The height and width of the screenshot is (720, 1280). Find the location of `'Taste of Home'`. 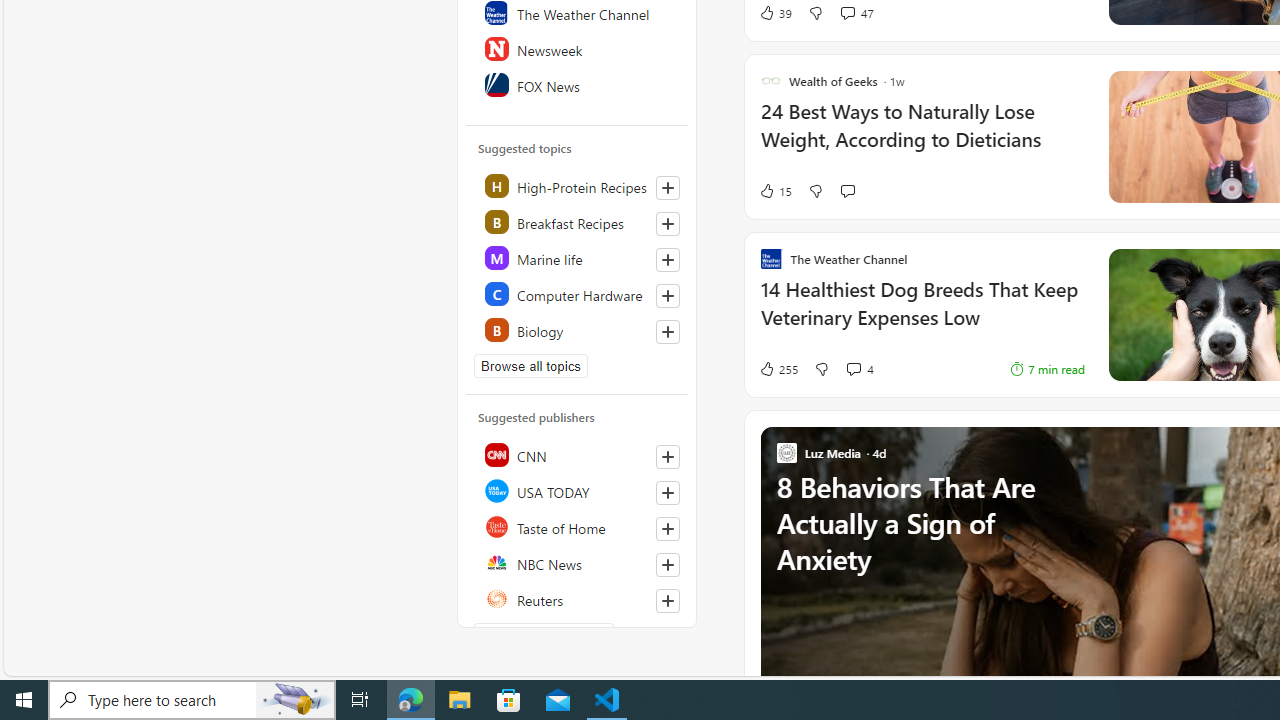

'Taste of Home' is located at coordinates (577, 526).